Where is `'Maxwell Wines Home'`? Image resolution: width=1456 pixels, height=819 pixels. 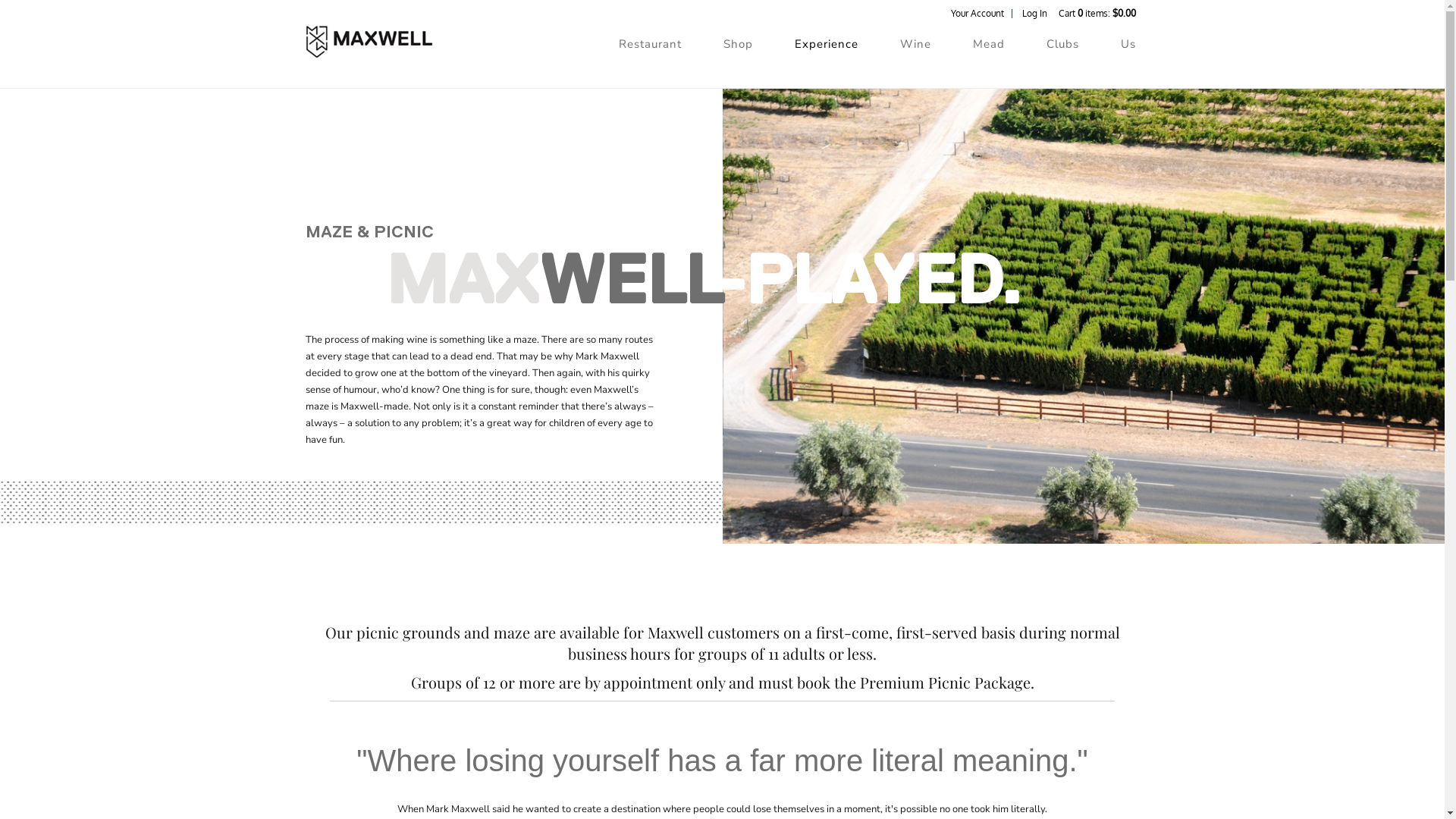 'Maxwell Wines Home' is located at coordinates (369, 45).